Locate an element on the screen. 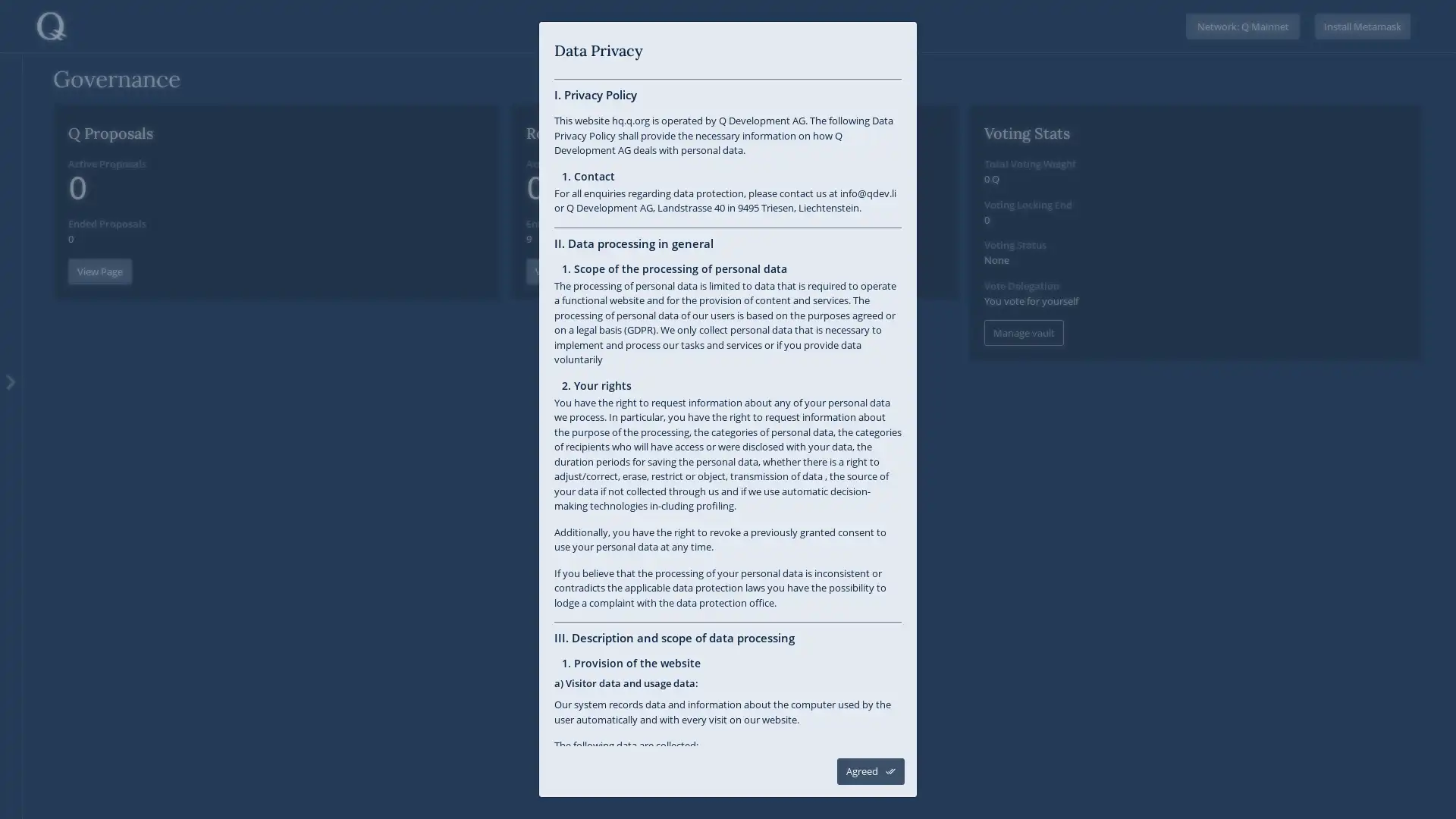  Manage vault is located at coordinates (1024, 332).